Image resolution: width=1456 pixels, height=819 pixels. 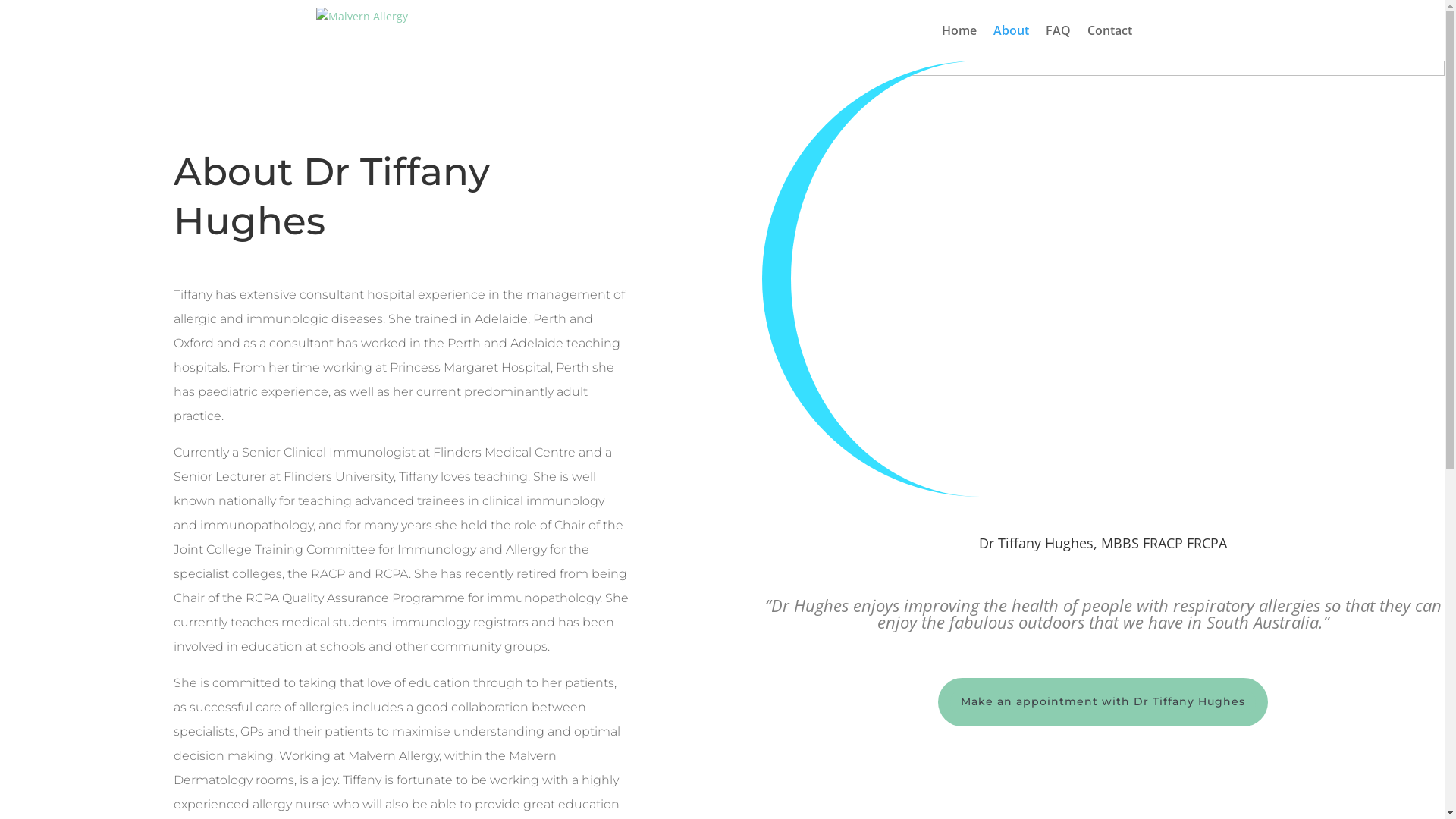 I want to click on 'Home', so click(x=959, y=42).